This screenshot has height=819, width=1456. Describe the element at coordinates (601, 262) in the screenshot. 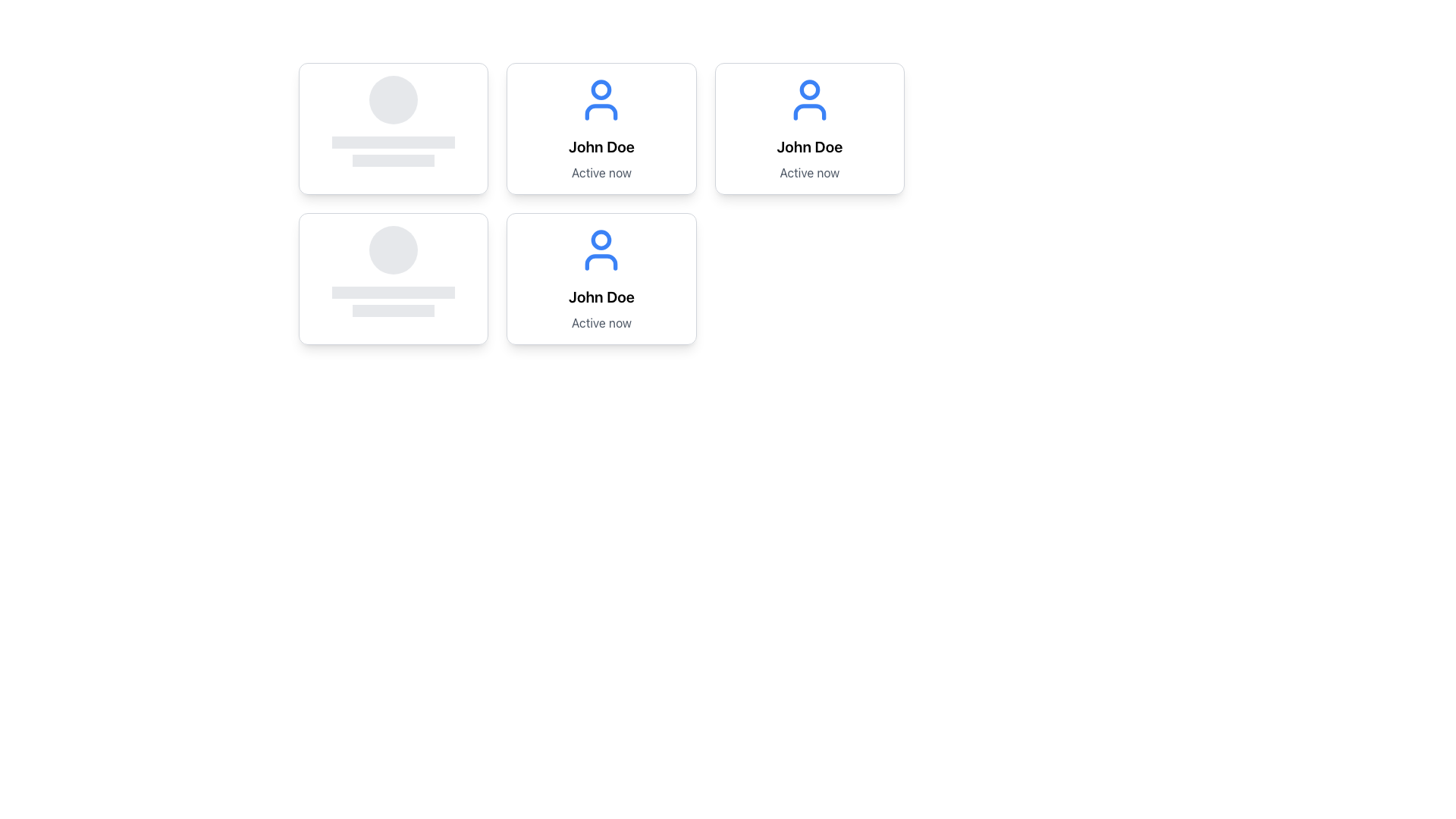

I see `the torso of the user icon in the lower right card of the grid layout` at that location.